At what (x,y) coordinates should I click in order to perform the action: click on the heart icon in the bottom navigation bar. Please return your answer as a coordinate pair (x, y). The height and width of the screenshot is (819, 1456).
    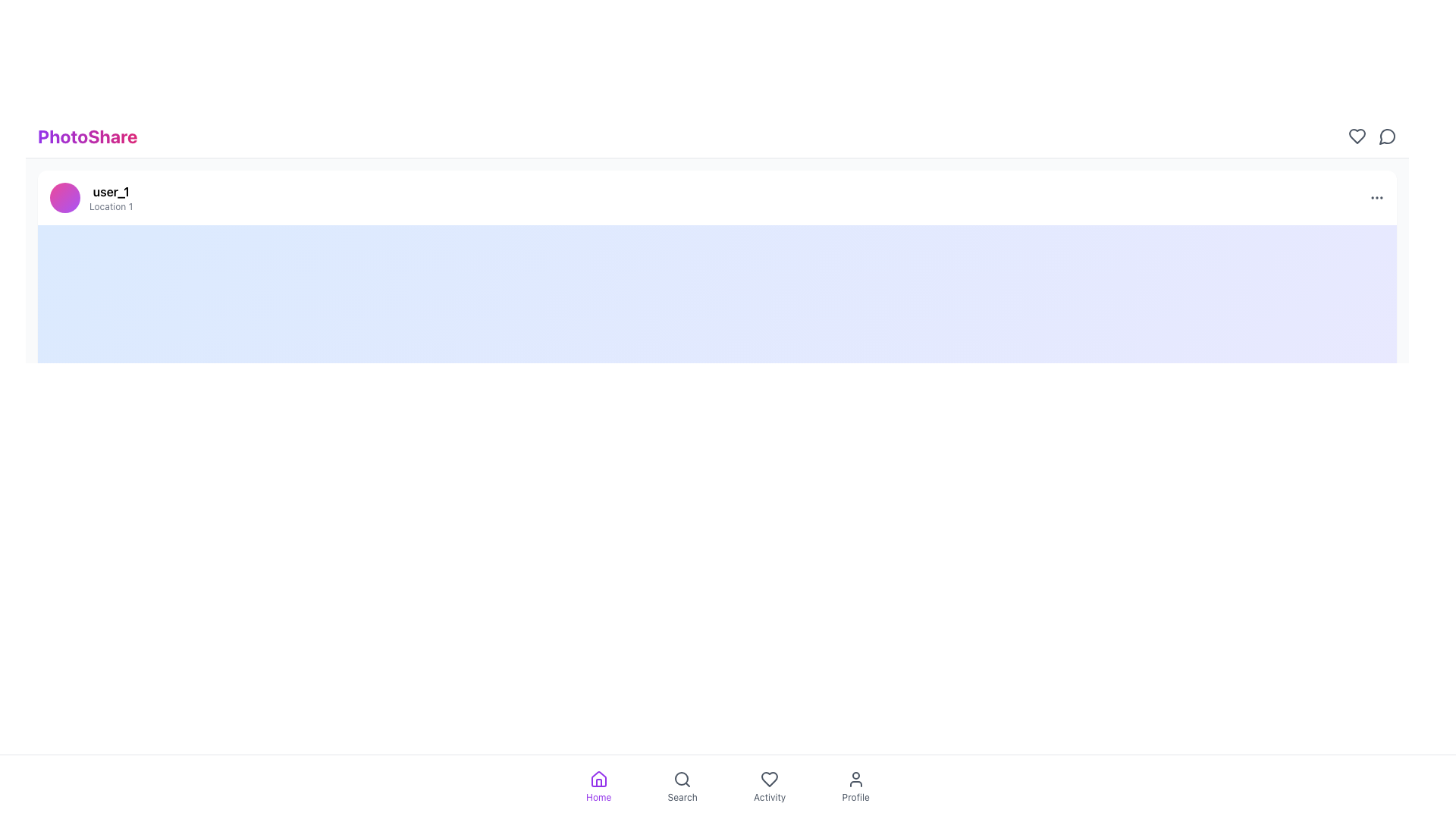
    Looking at the image, I should click on (770, 780).